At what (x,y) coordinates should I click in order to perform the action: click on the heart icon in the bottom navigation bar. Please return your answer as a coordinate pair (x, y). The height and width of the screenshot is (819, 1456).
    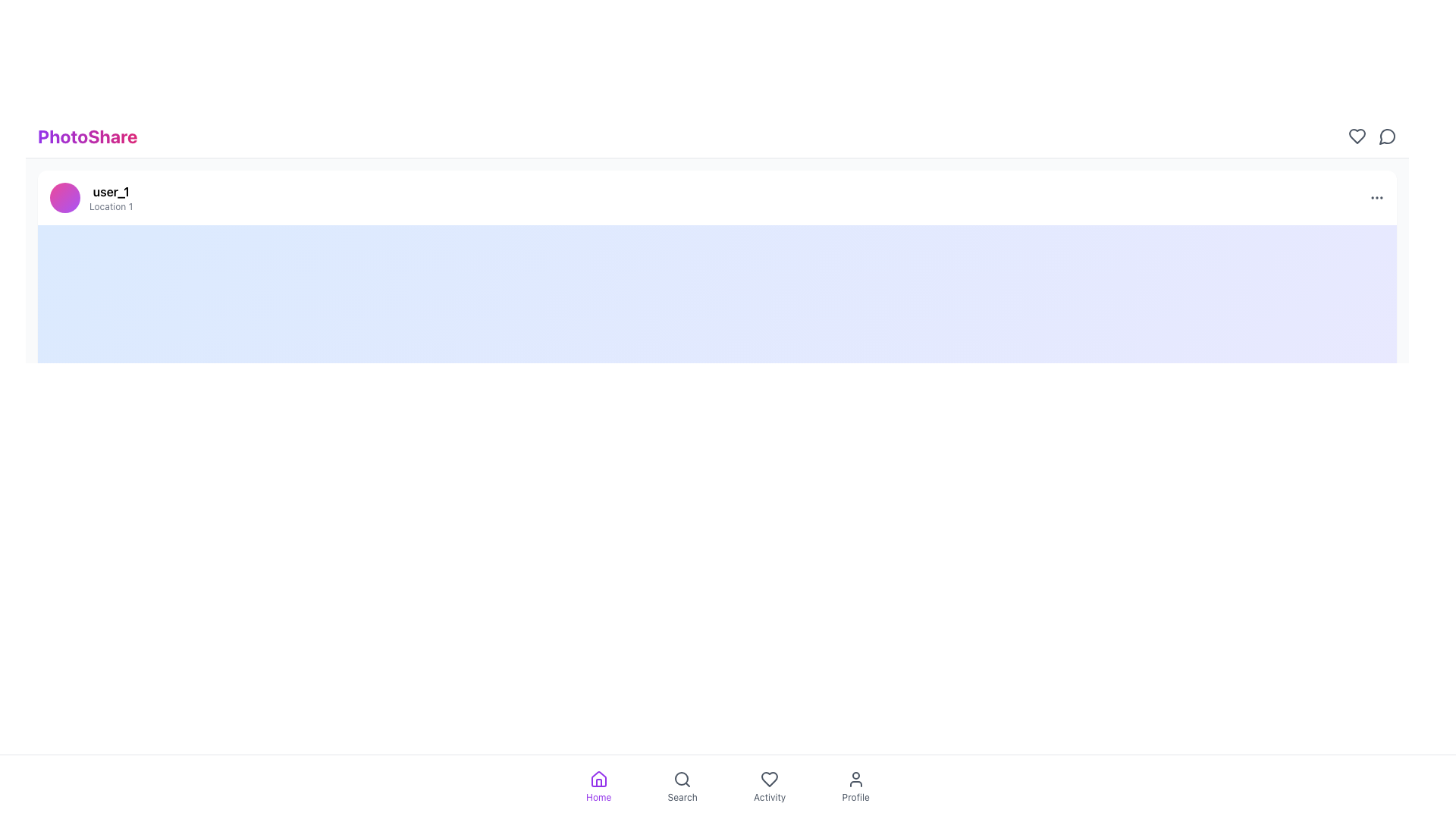
    Looking at the image, I should click on (770, 780).